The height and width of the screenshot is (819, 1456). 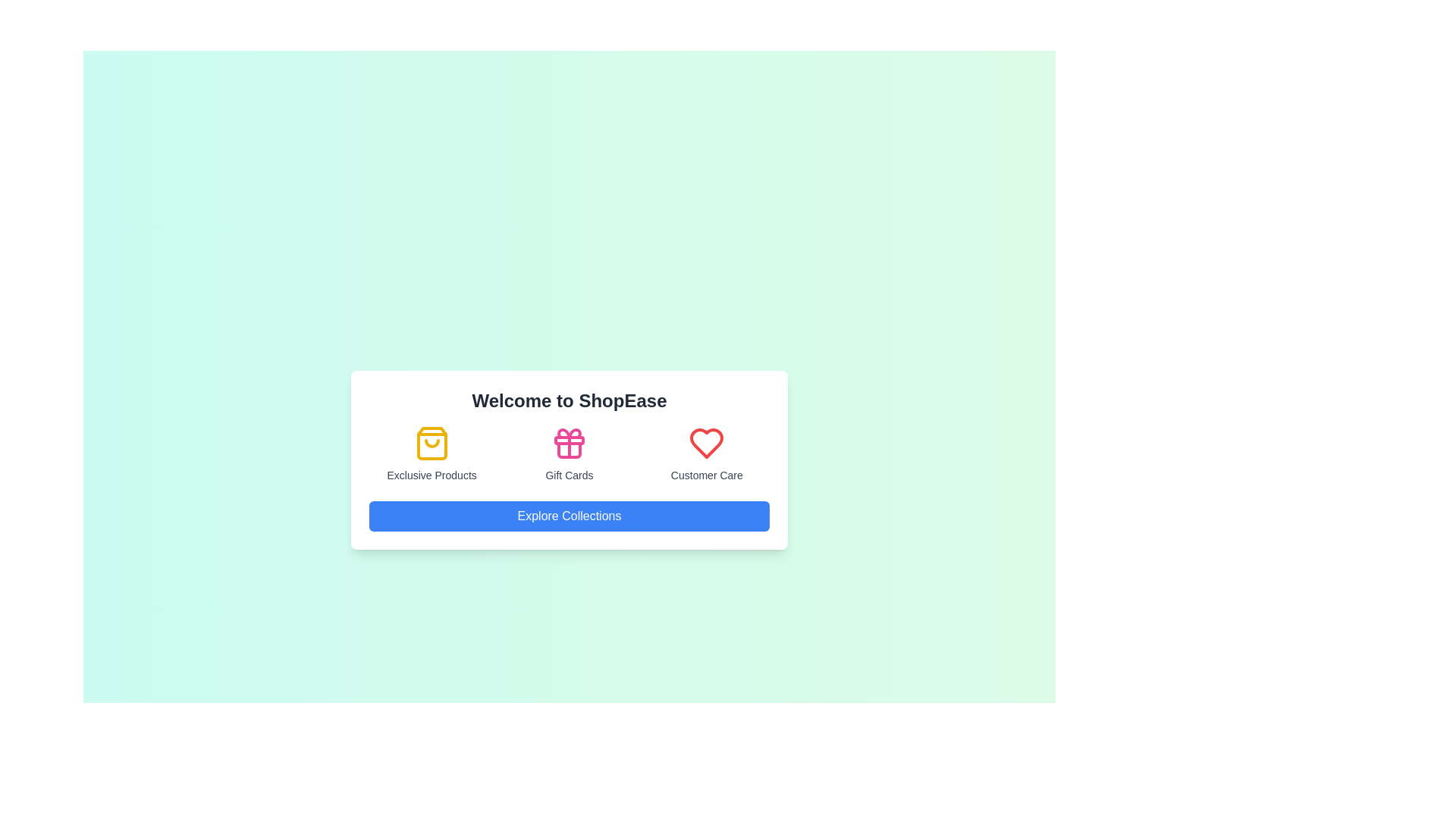 What do you see at coordinates (431, 444) in the screenshot?
I see `the orange-colored shopping bag icon located in the 'Exclusive Products' section, which is positioned centrally above its label text` at bounding box center [431, 444].